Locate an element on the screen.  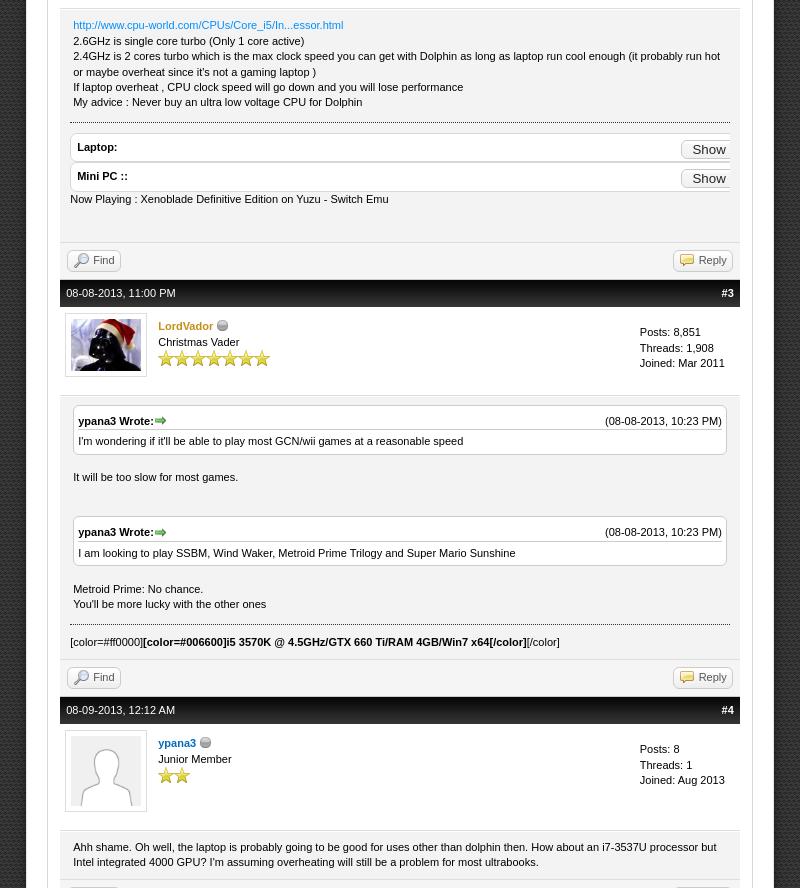
'2.4GHz is 2 cores turbo which is  the max clock speed you can get with Dolphin as long as laptop run cool enough (it probably run hot or maybe overheat since it's not a gaming laptop )' is located at coordinates (72, 62).